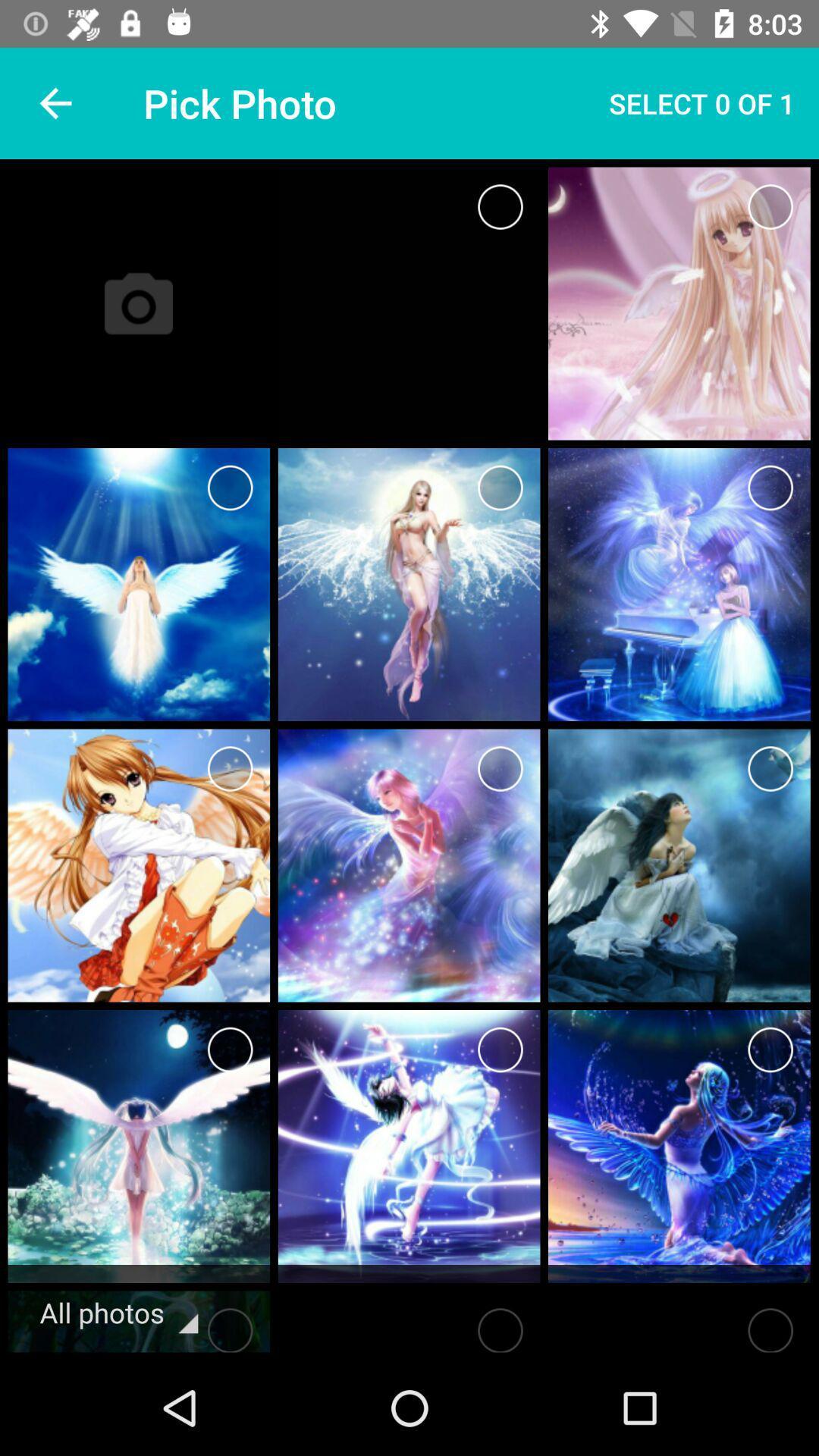  Describe the element at coordinates (409, 303) in the screenshot. I see `the image on the right next to camera icon on the web page` at that location.